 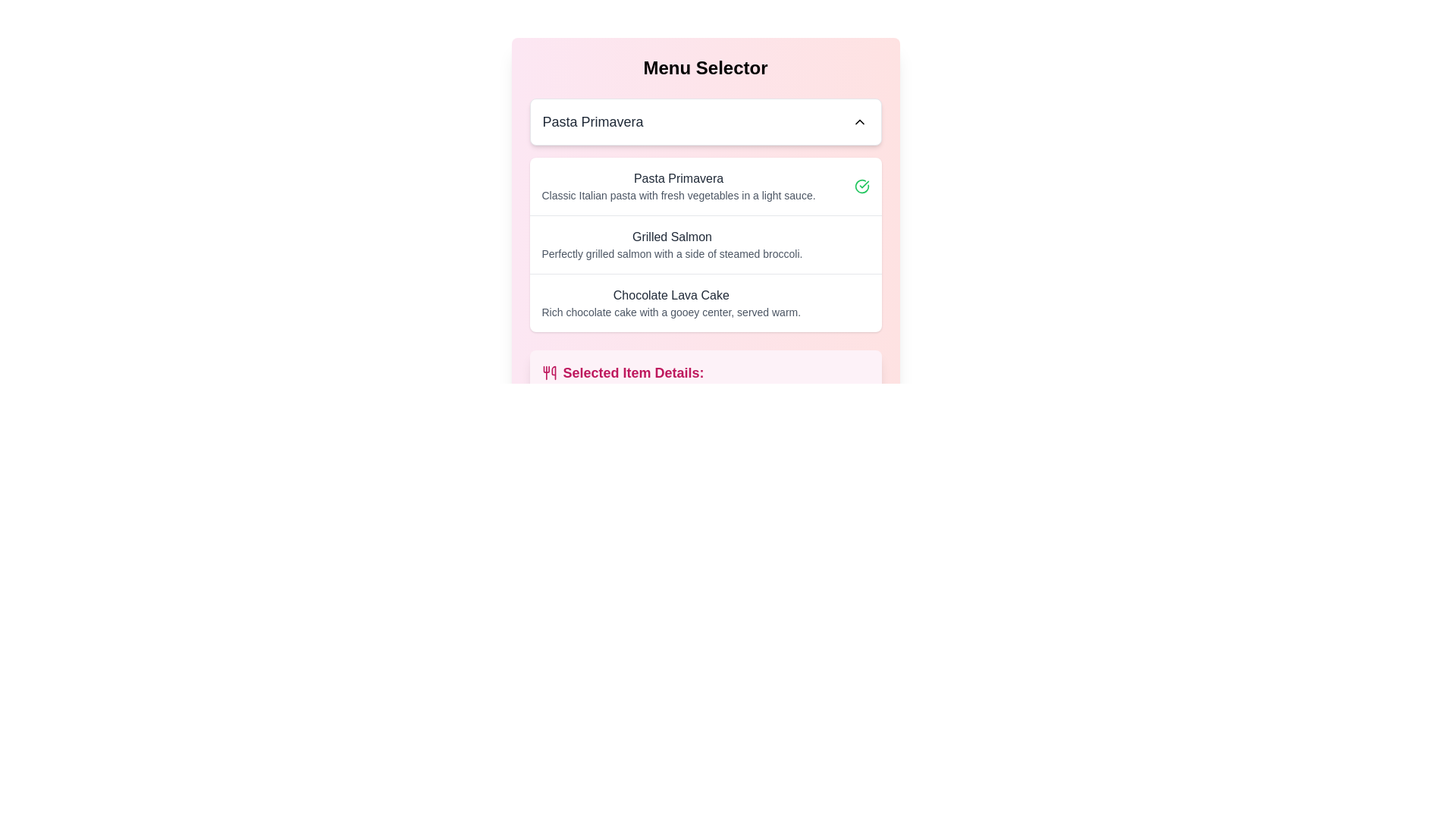 I want to click on the text label displaying 'Pasta Primavera', which is styled with a bold, medium-sized font in dark gray color and is the first item in the menu list, so click(x=678, y=177).